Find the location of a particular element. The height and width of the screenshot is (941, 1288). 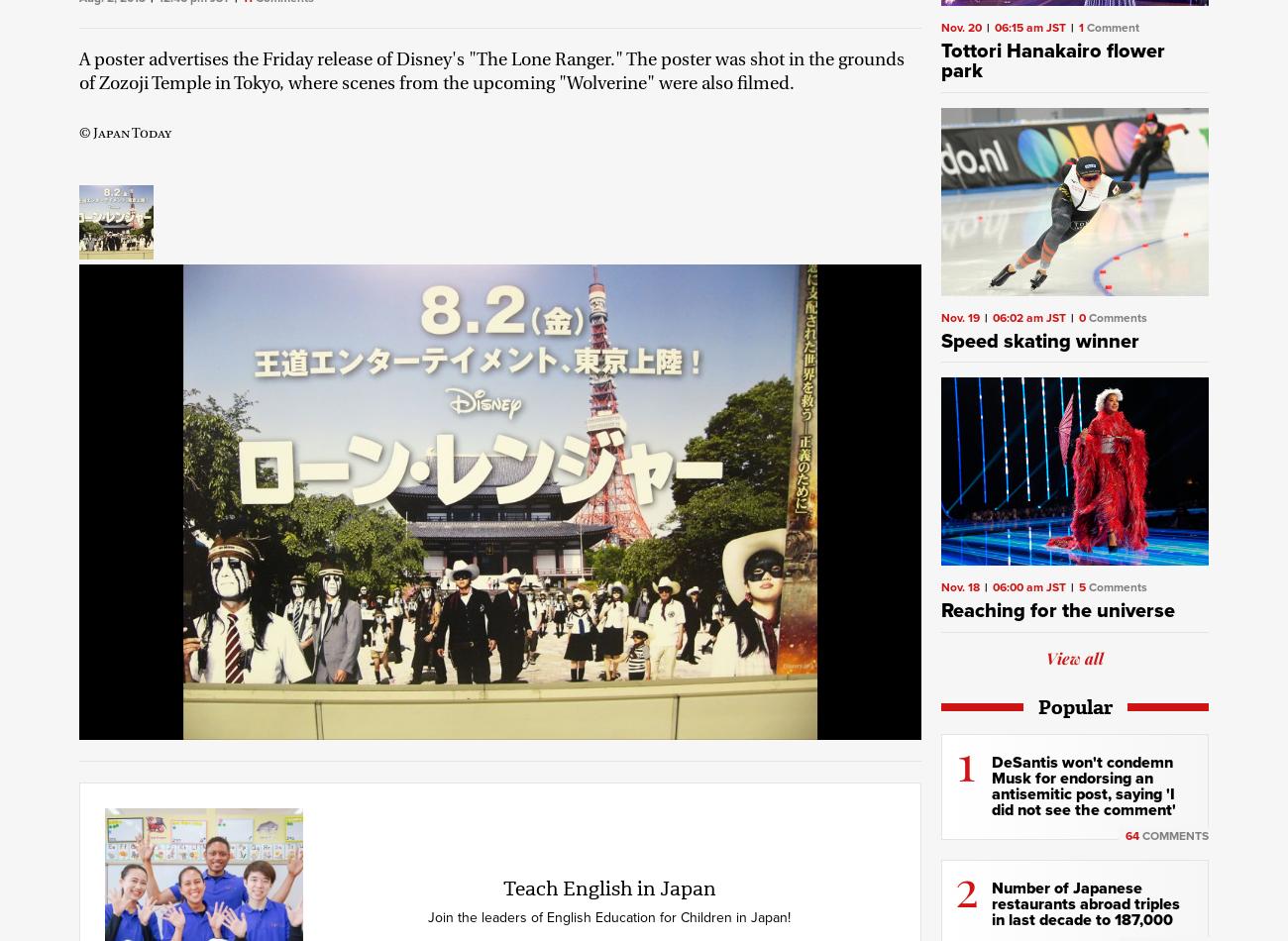

'Nov. 20' is located at coordinates (941, 28).